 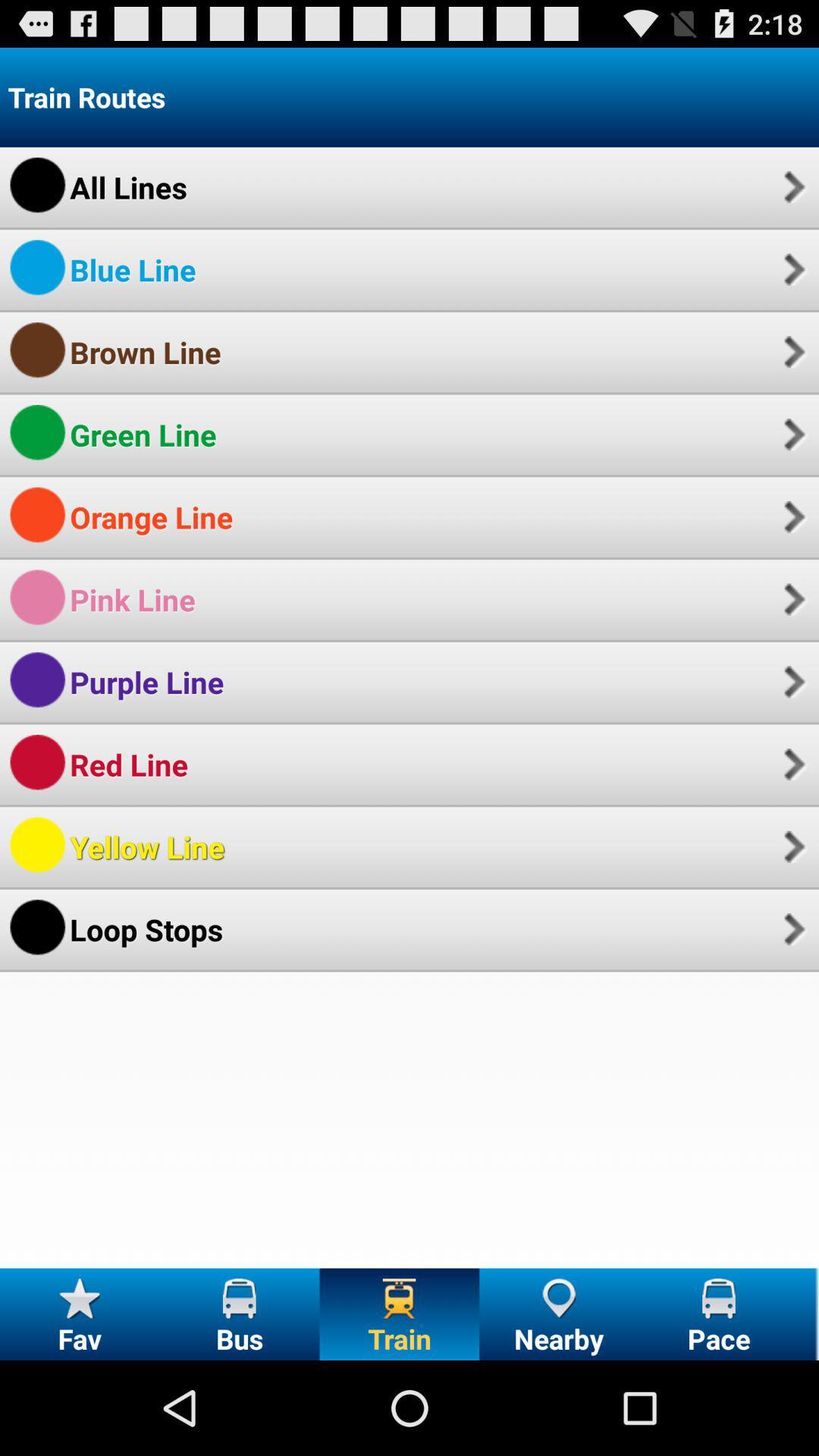 What do you see at coordinates (792, 598) in the screenshot?
I see `icon to the right of pink line item` at bounding box center [792, 598].